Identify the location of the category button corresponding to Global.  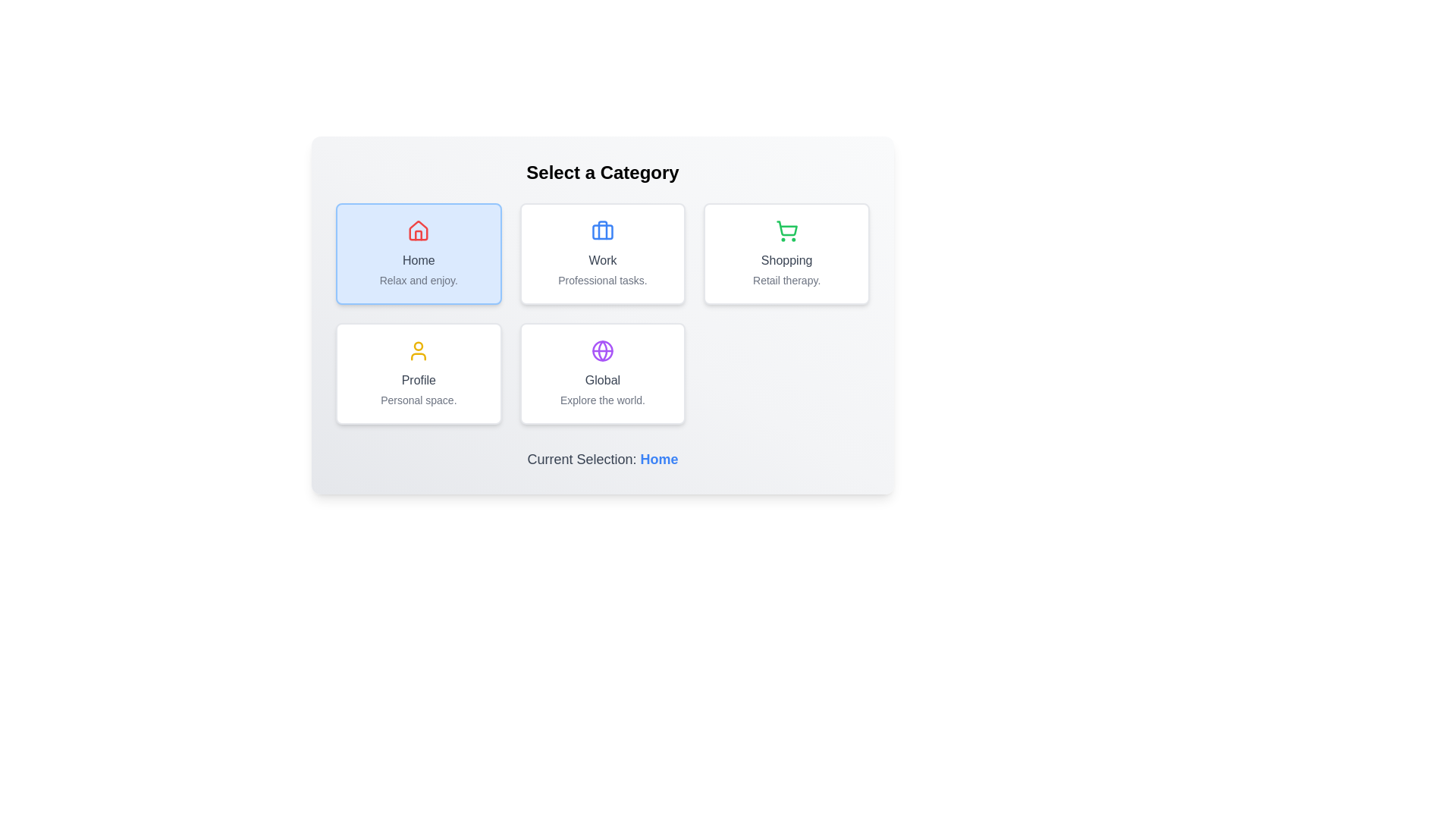
(602, 374).